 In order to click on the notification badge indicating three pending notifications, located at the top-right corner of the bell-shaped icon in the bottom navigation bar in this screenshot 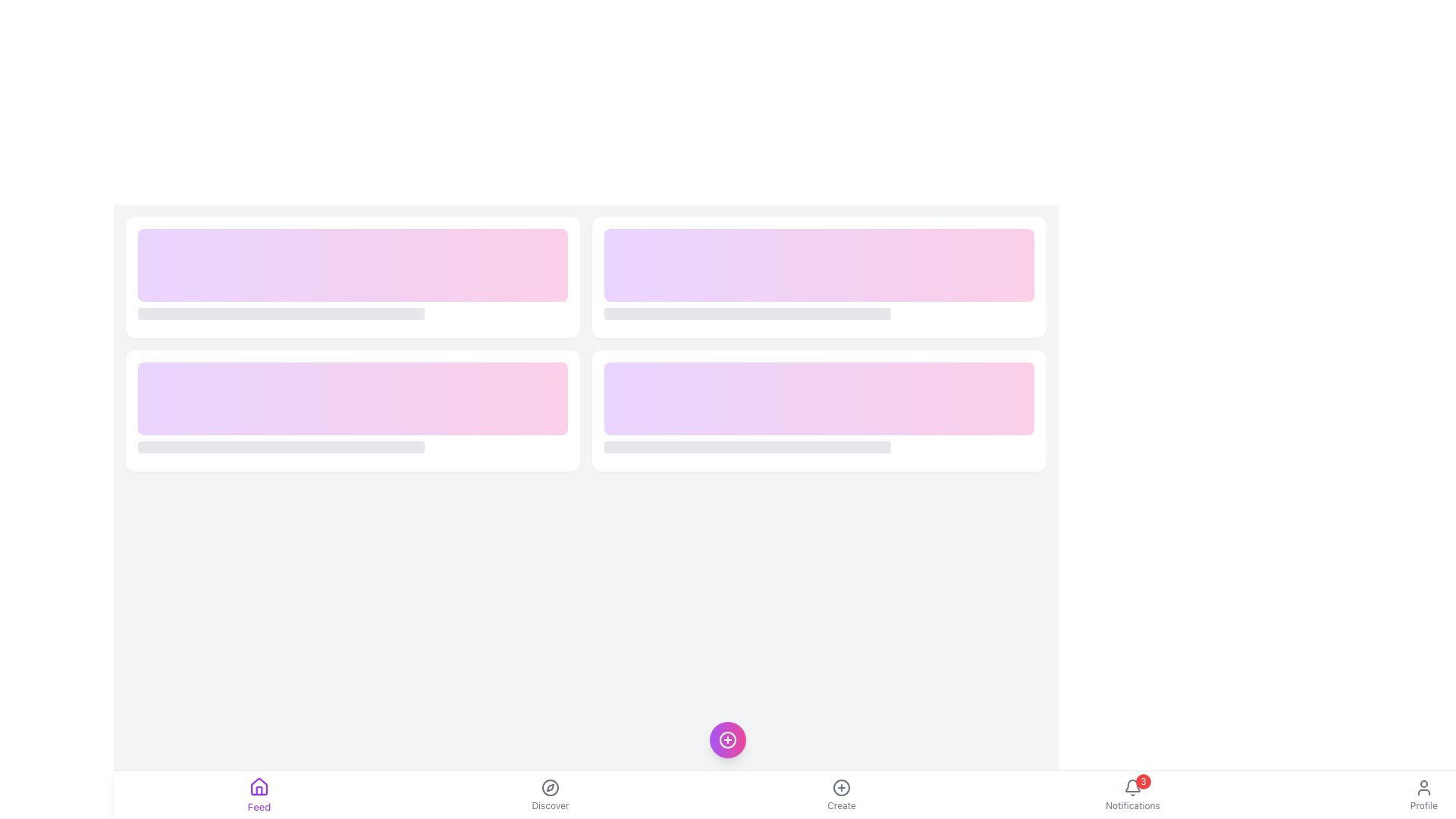, I will do `click(1143, 780)`.